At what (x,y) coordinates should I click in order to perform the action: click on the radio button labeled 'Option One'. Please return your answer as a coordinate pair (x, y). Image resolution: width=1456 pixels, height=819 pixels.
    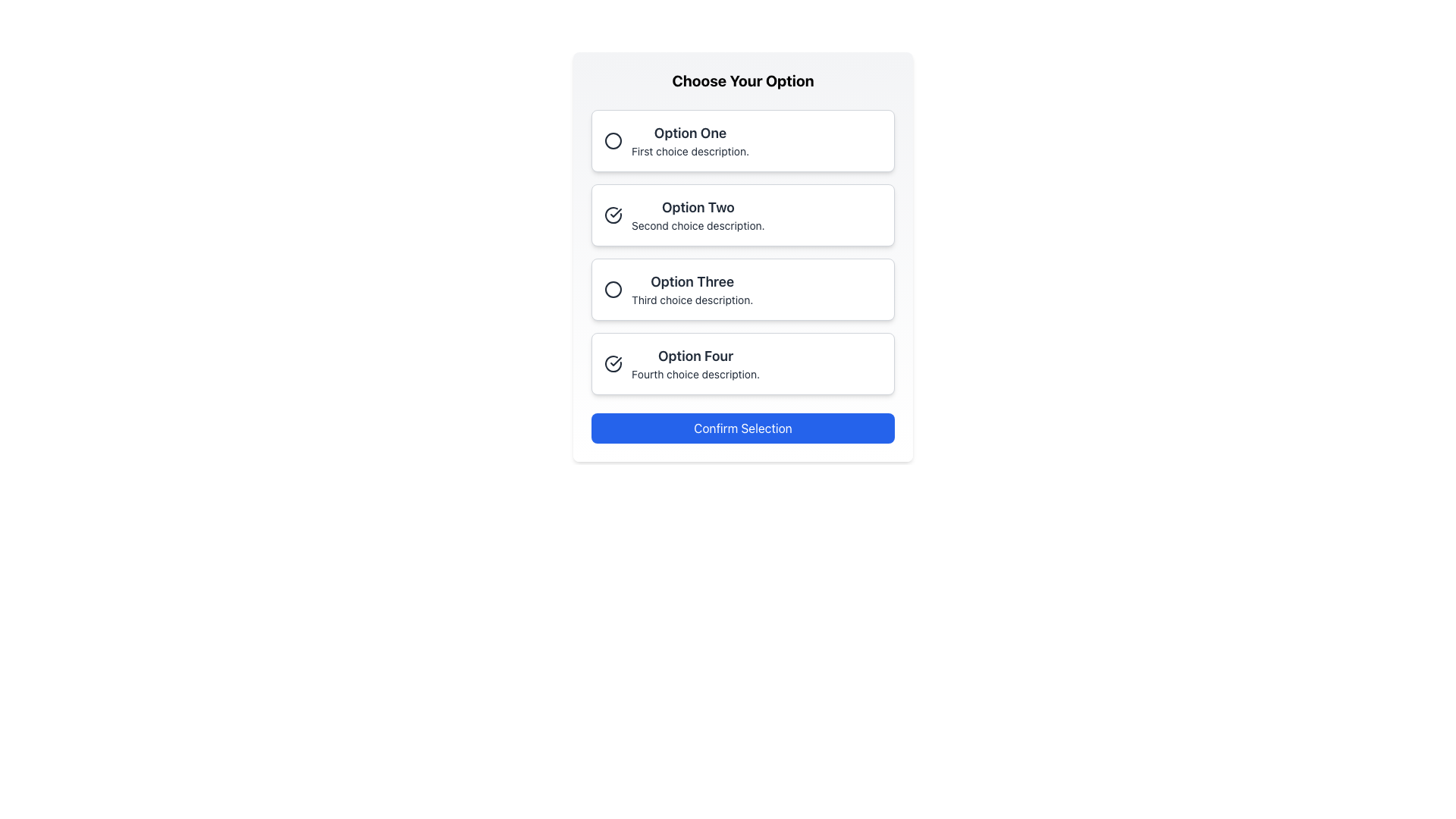
    Looking at the image, I should click on (742, 140).